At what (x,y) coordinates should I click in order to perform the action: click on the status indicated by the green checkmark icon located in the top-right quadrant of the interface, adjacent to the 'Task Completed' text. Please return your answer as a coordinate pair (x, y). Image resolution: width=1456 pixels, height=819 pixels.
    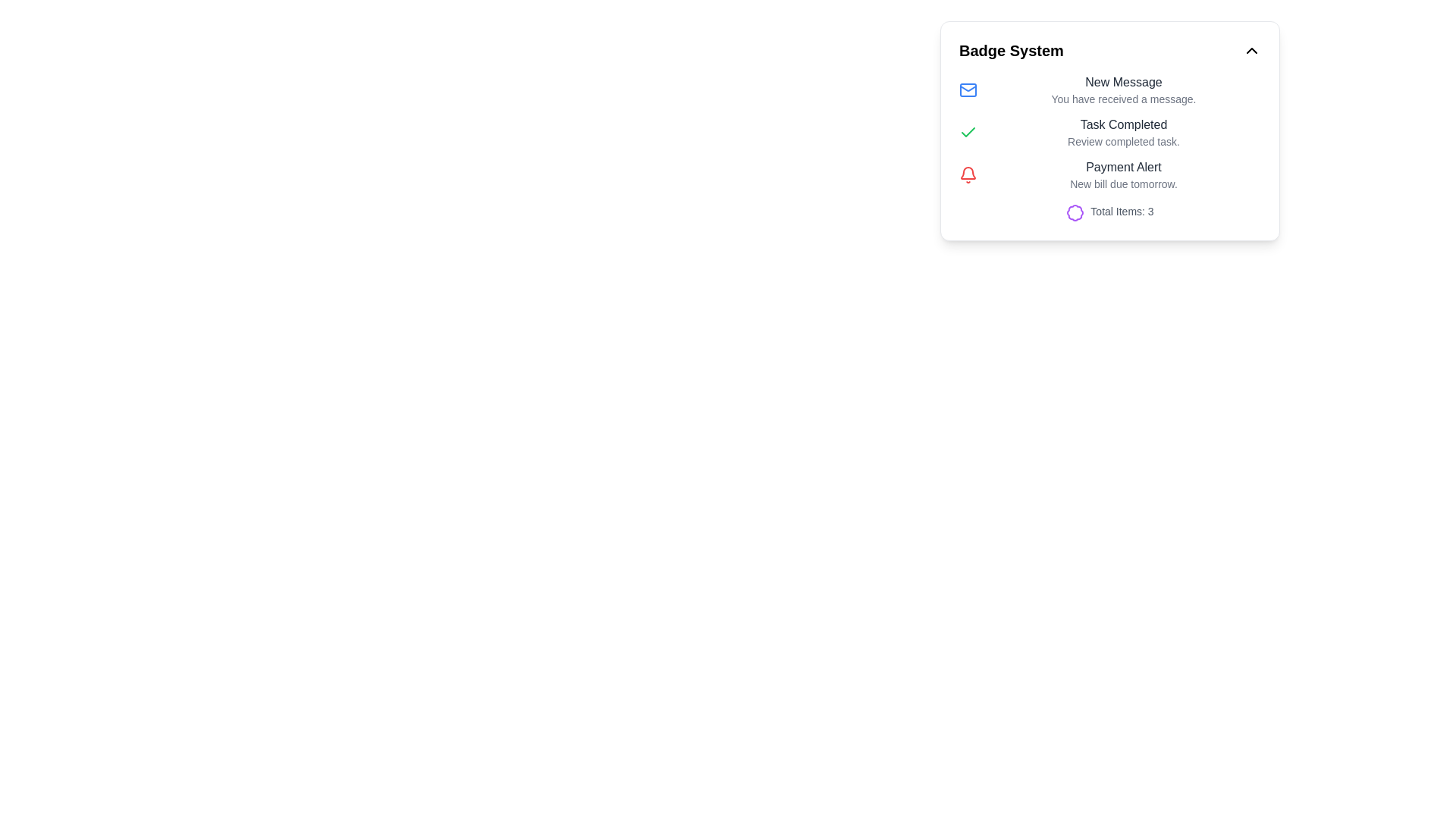
    Looking at the image, I should click on (967, 131).